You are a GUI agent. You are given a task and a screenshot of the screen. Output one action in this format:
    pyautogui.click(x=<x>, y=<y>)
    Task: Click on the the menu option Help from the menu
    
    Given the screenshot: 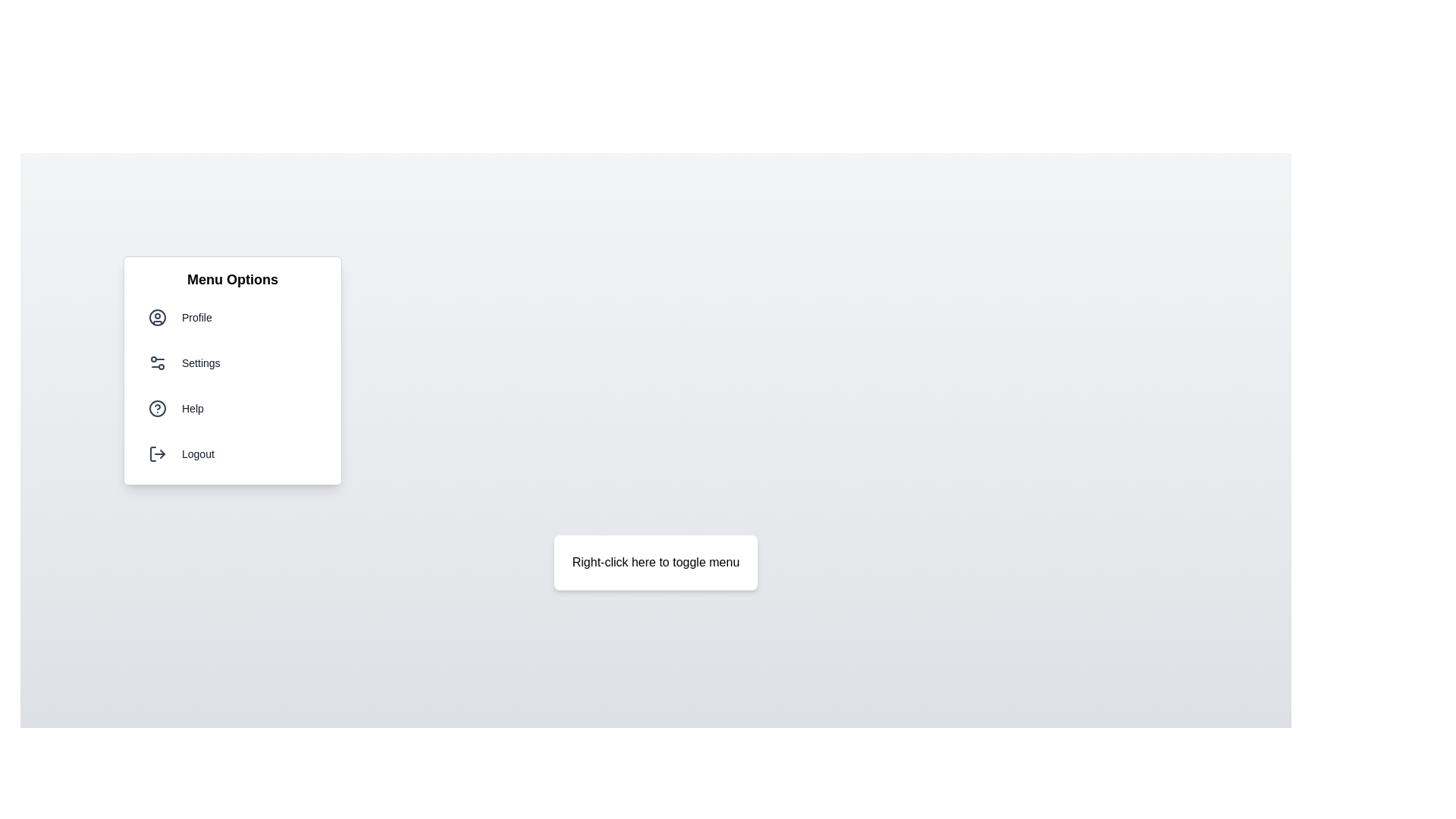 What is the action you would take?
    pyautogui.click(x=232, y=408)
    